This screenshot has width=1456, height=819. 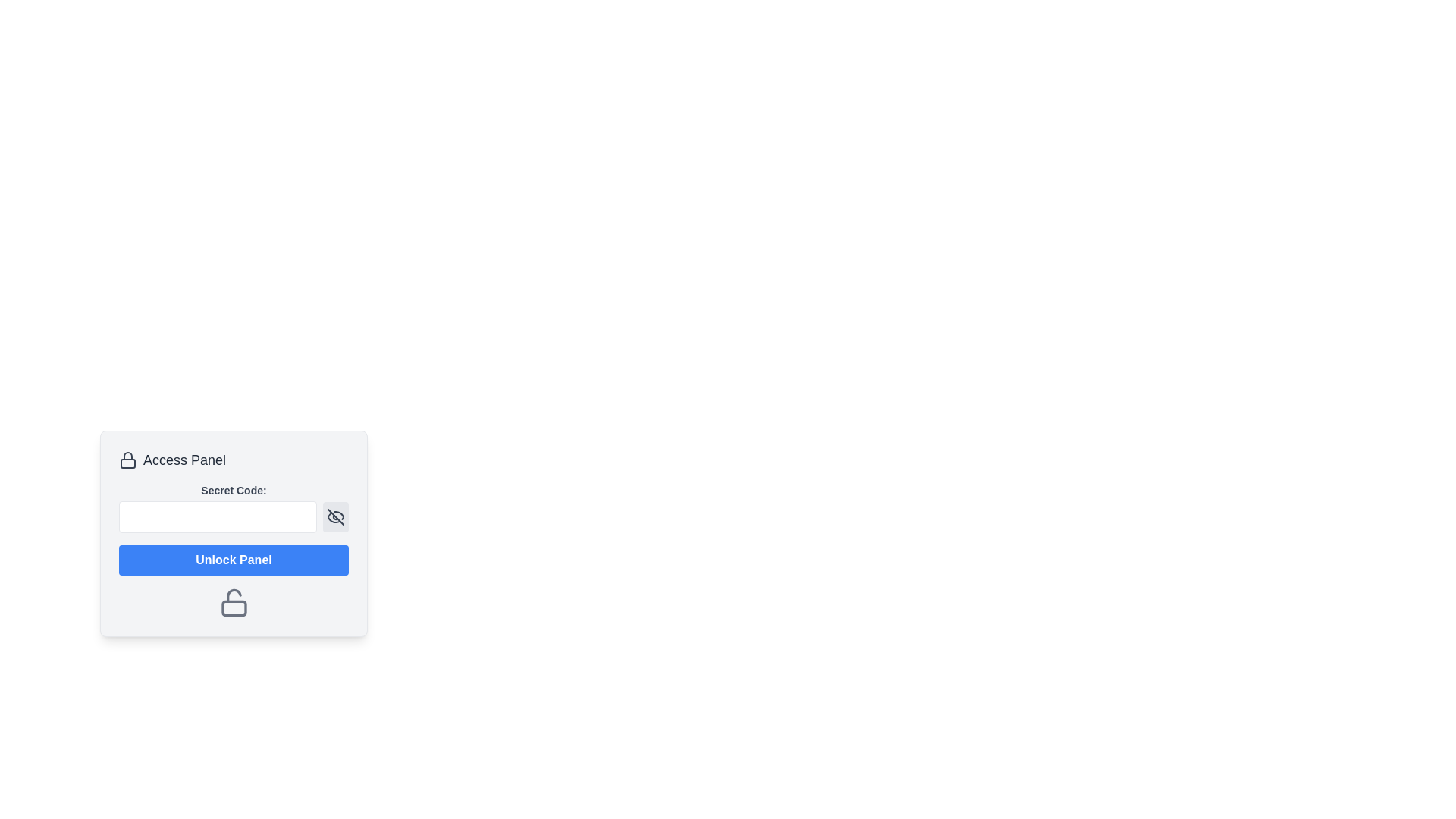 I want to click on the eye icon located inside a rounded gray button to the right of the 'Secret Code' input field, so click(x=334, y=516).